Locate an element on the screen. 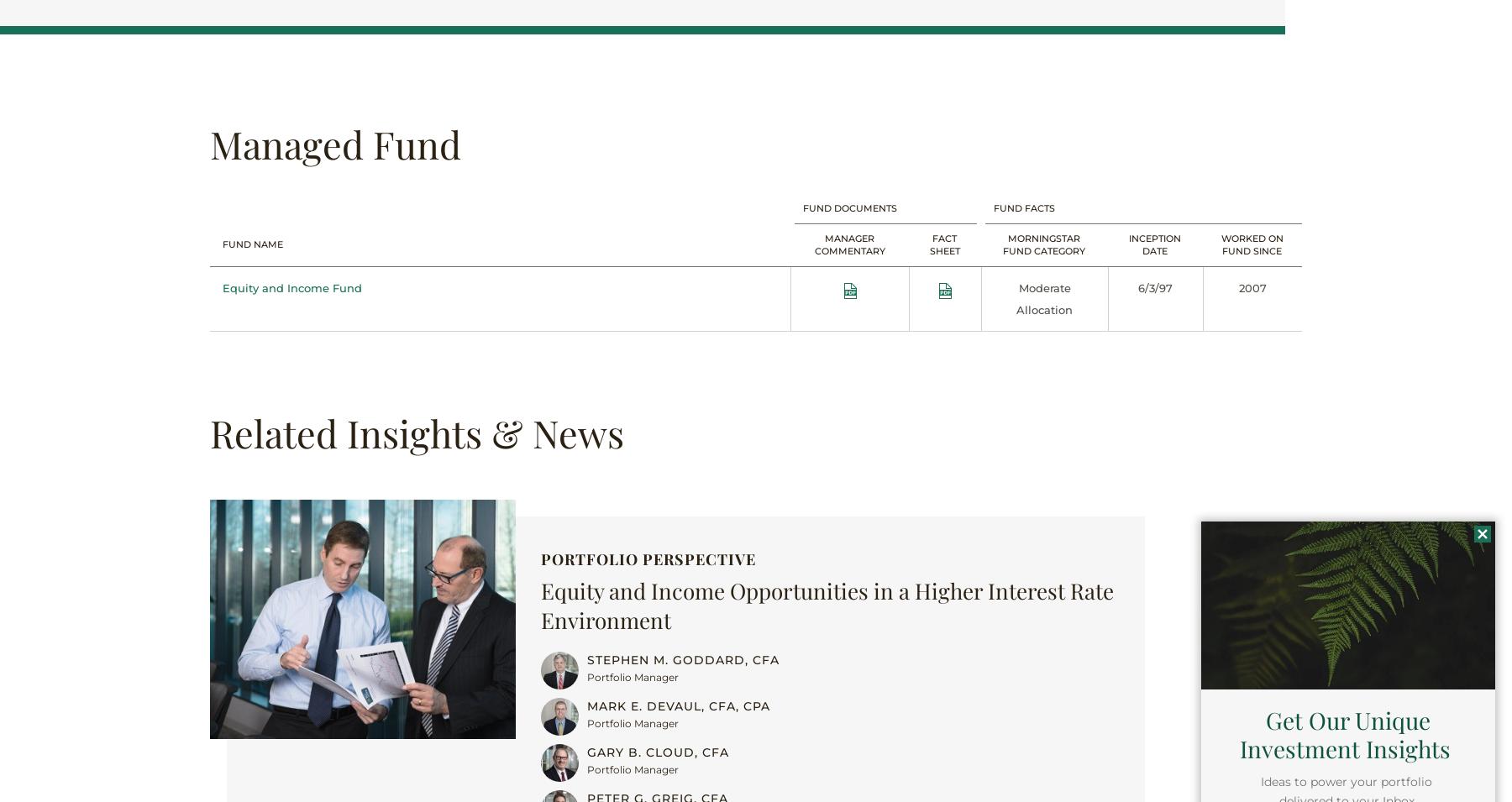 Image resolution: width=1512 pixels, height=802 pixels. 'Managed Fund' is located at coordinates (335, 142).